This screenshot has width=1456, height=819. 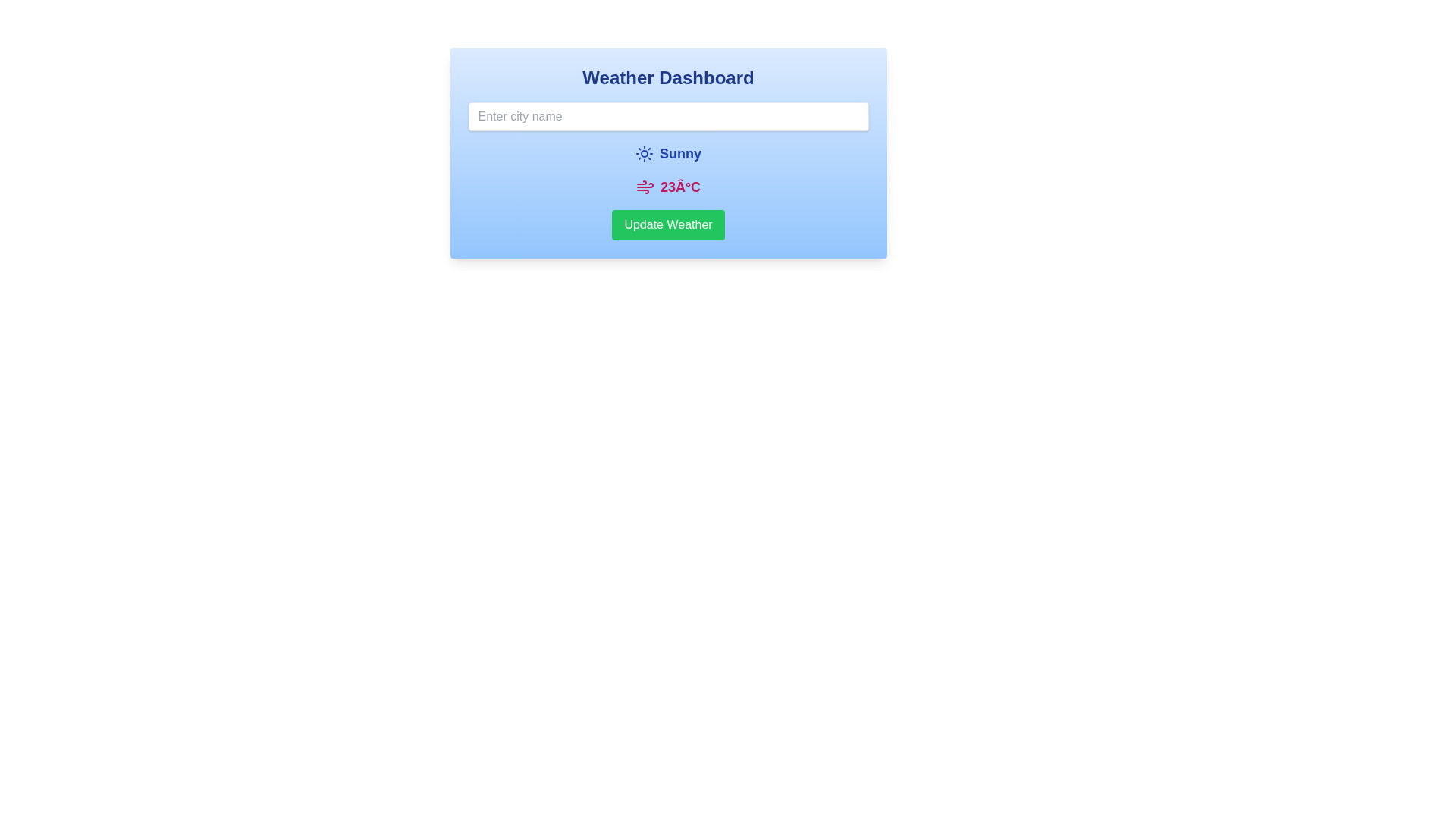 What do you see at coordinates (667, 154) in the screenshot?
I see `the weather condition display element which shows 'Sunny', located below the city input field and above the temperature display` at bounding box center [667, 154].